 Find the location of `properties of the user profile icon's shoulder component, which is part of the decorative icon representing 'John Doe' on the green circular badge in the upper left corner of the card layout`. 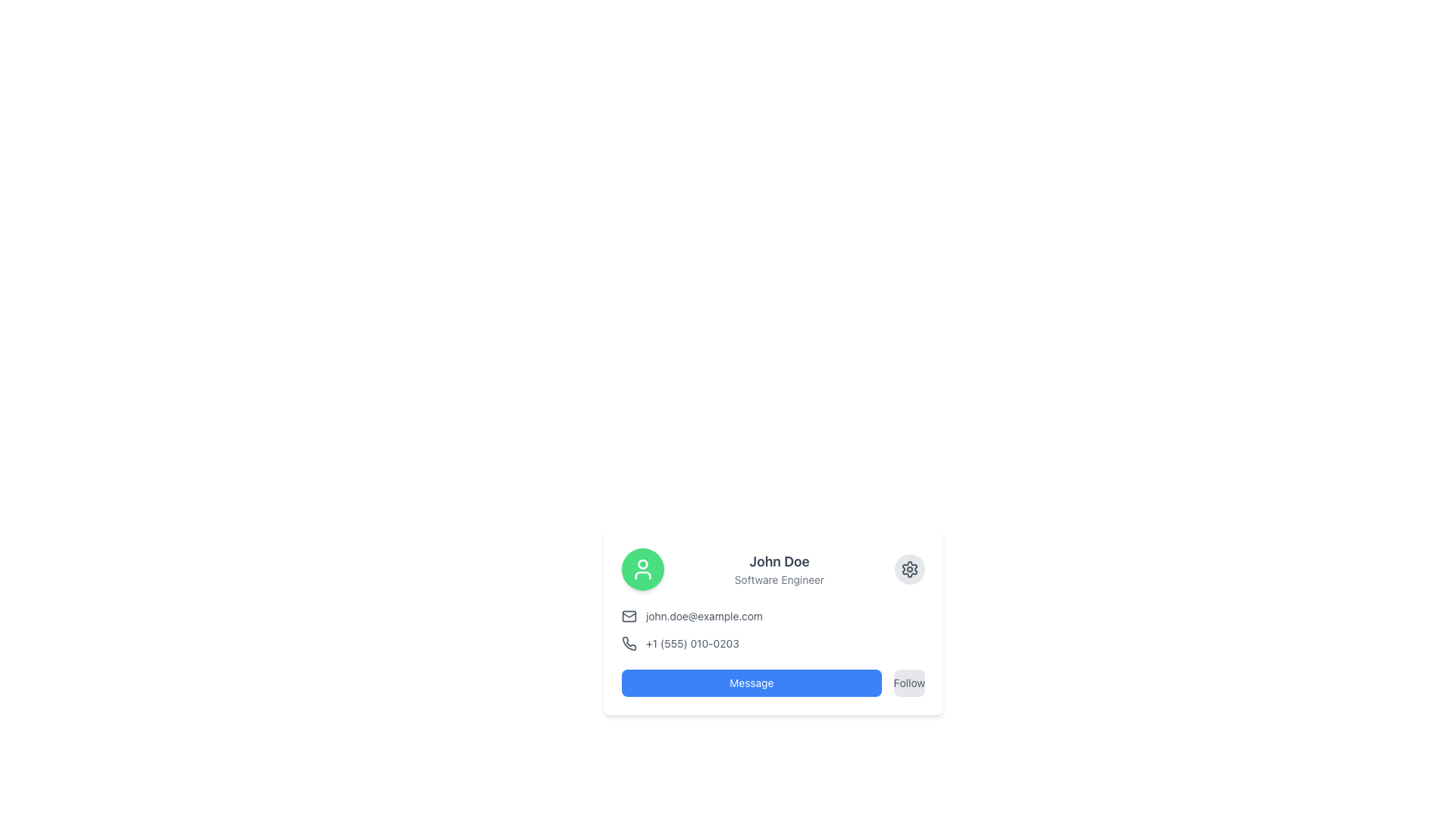

properties of the user profile icon's shoulder component, which is part of the decorative icon representing 'John Doe' on the green circular badge in the upper left corner of the card layout is located at coordinates (643, 576).